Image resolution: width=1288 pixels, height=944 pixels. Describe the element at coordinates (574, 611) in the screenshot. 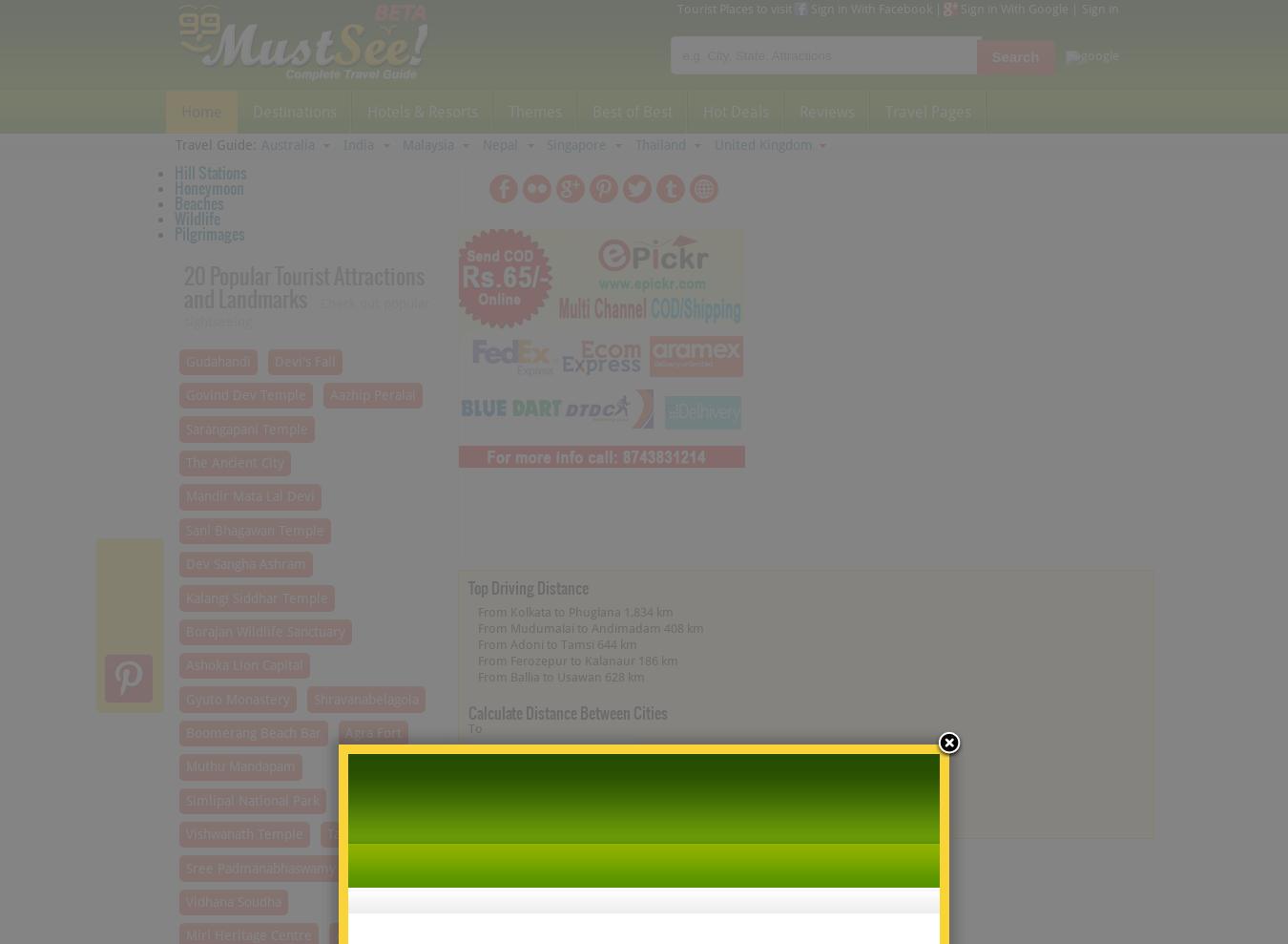

I see `'From Kolkata to Phuglana  1,834 km'` at that location.